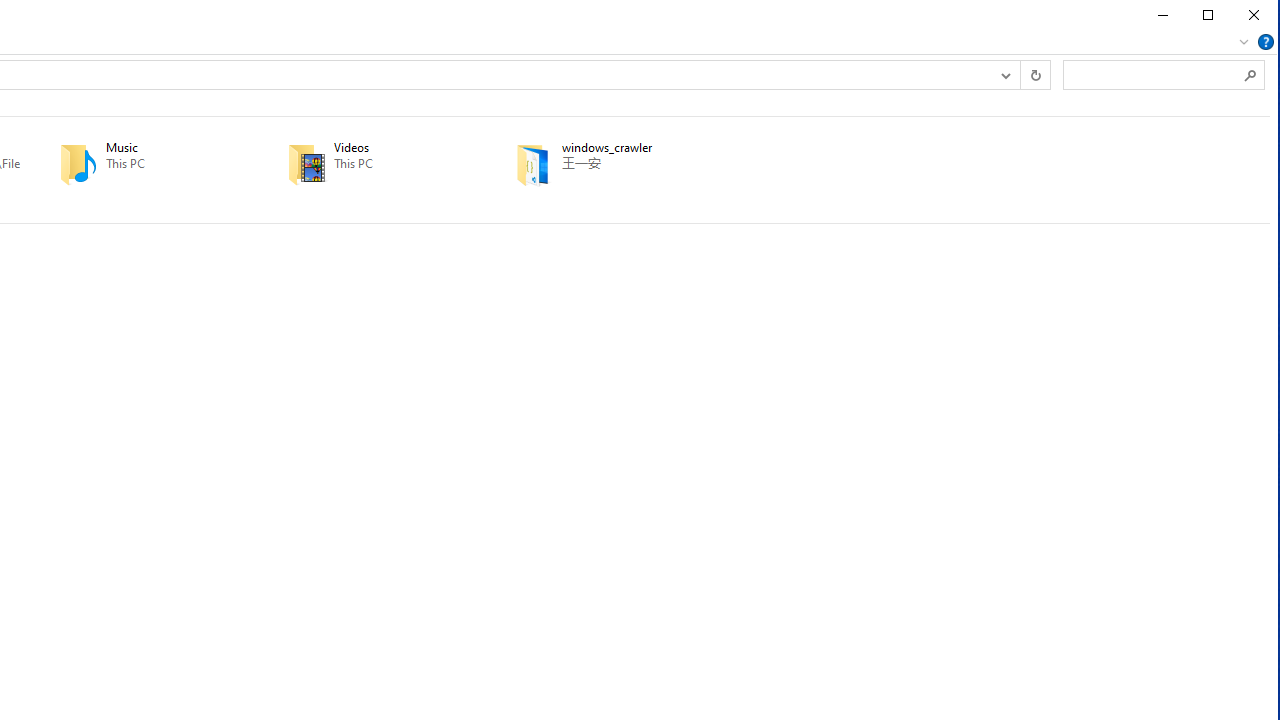  Describe the element at coordinates (1161, 15) in the screenshot. I see `'Minimize'` at that location.